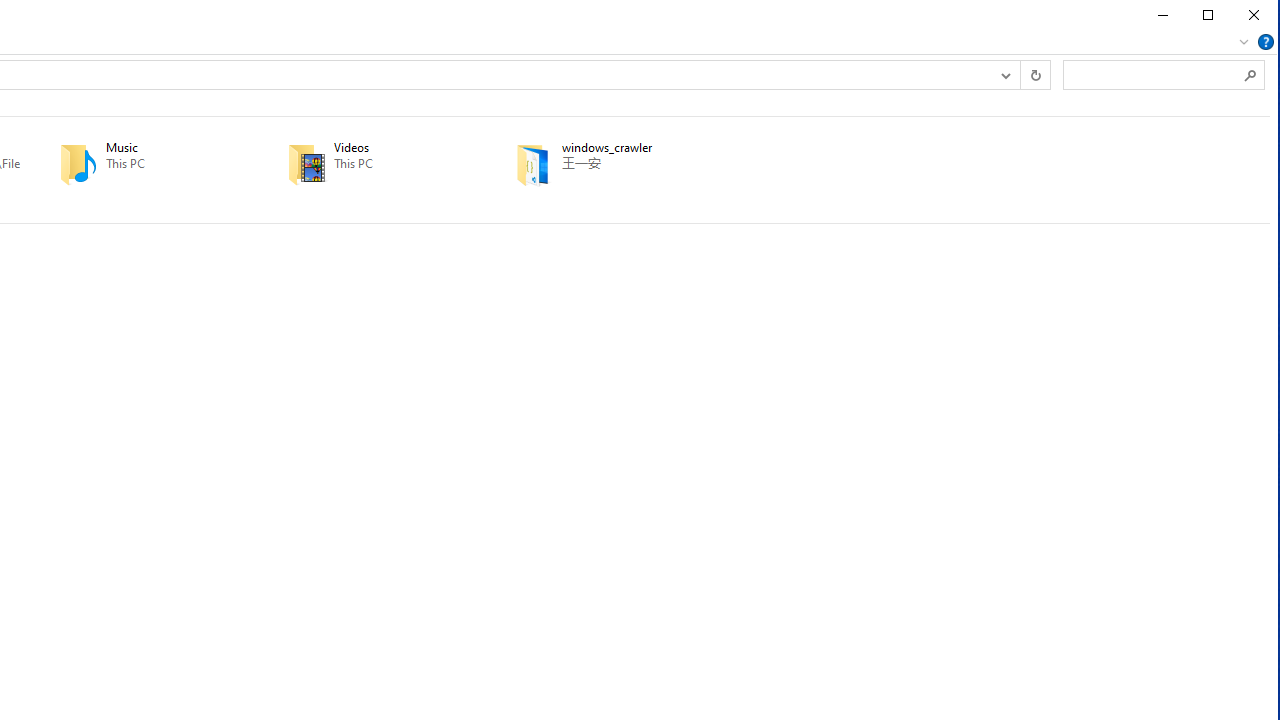  Describe the element at coordinates (1161, 15) in the screenshot. I see `'Minimize'` at that location.